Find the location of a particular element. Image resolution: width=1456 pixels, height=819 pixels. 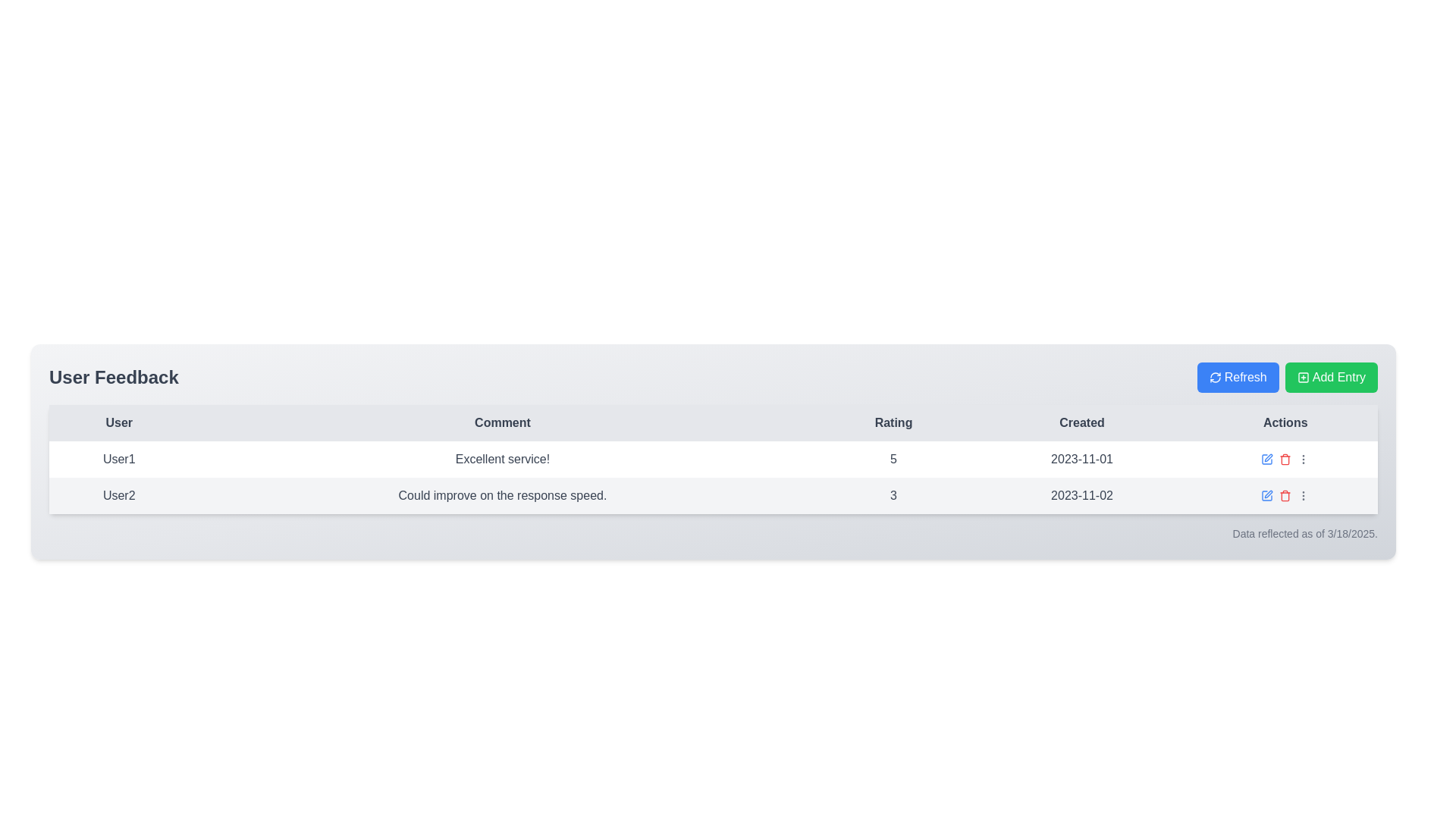

the static text label that presents feedback comments submitted by a user, located in the second cell of the second row within the 'Comment' column of the feedback table is located at coordinates (502, 458).